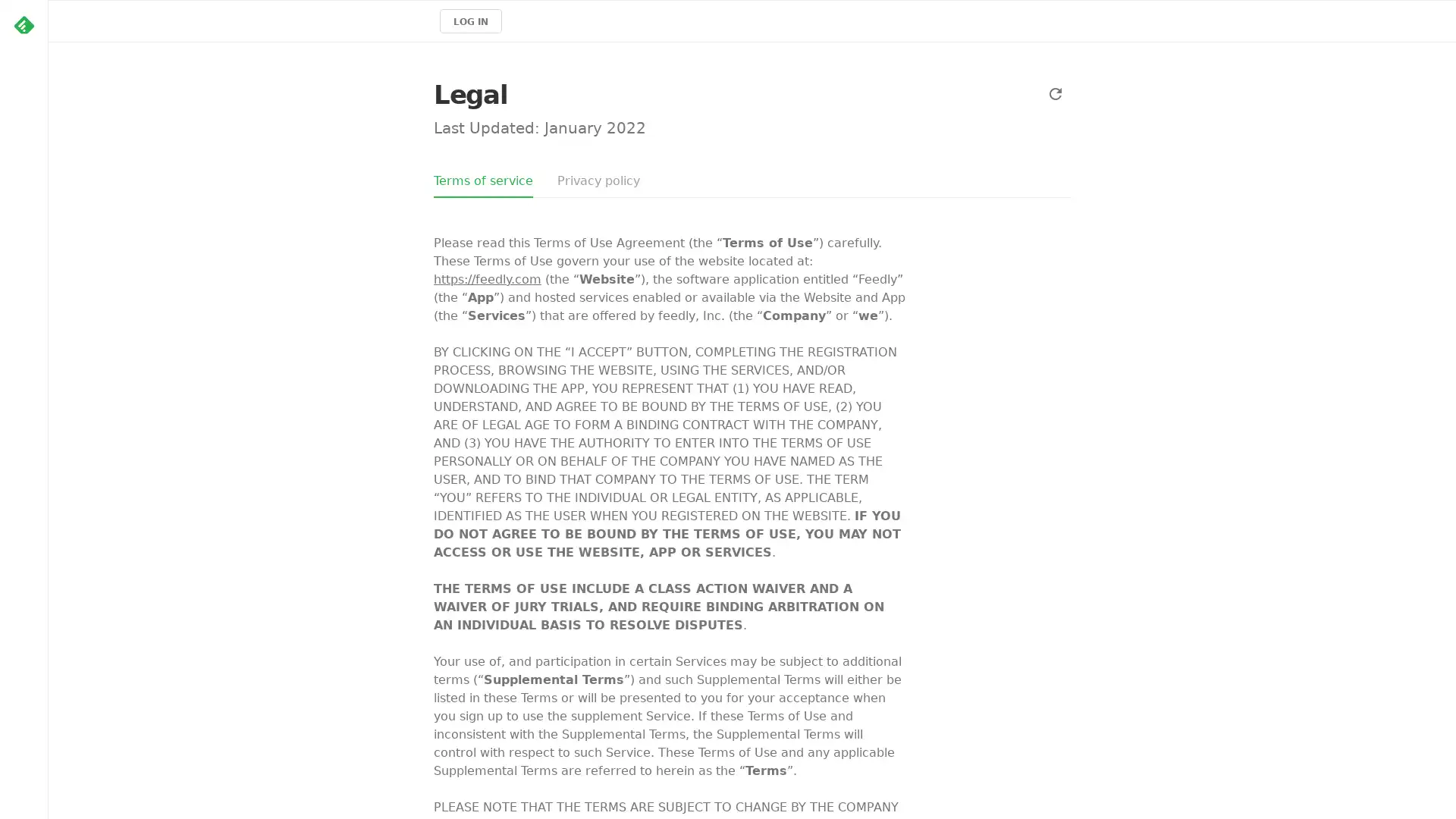  I want to click on Refresh, so click(1055, 93).